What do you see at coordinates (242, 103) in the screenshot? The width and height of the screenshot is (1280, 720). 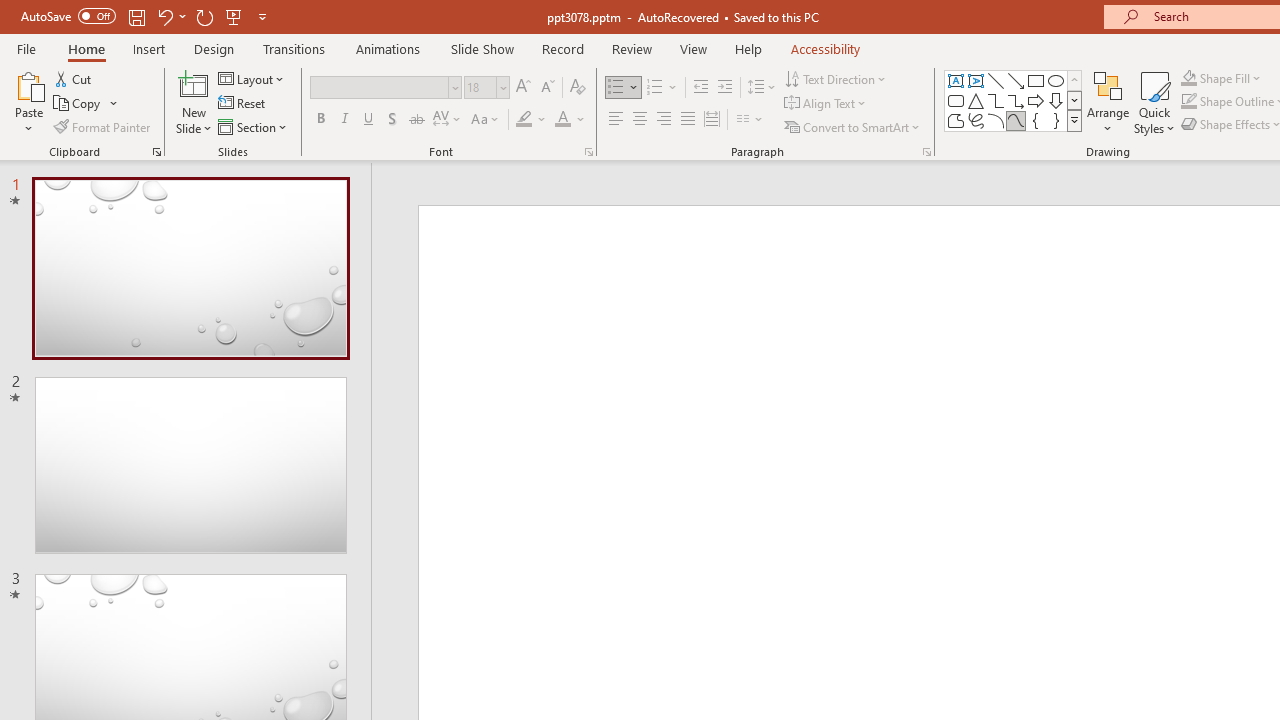 I see `'Reset'` at bounding box center [242, 103].